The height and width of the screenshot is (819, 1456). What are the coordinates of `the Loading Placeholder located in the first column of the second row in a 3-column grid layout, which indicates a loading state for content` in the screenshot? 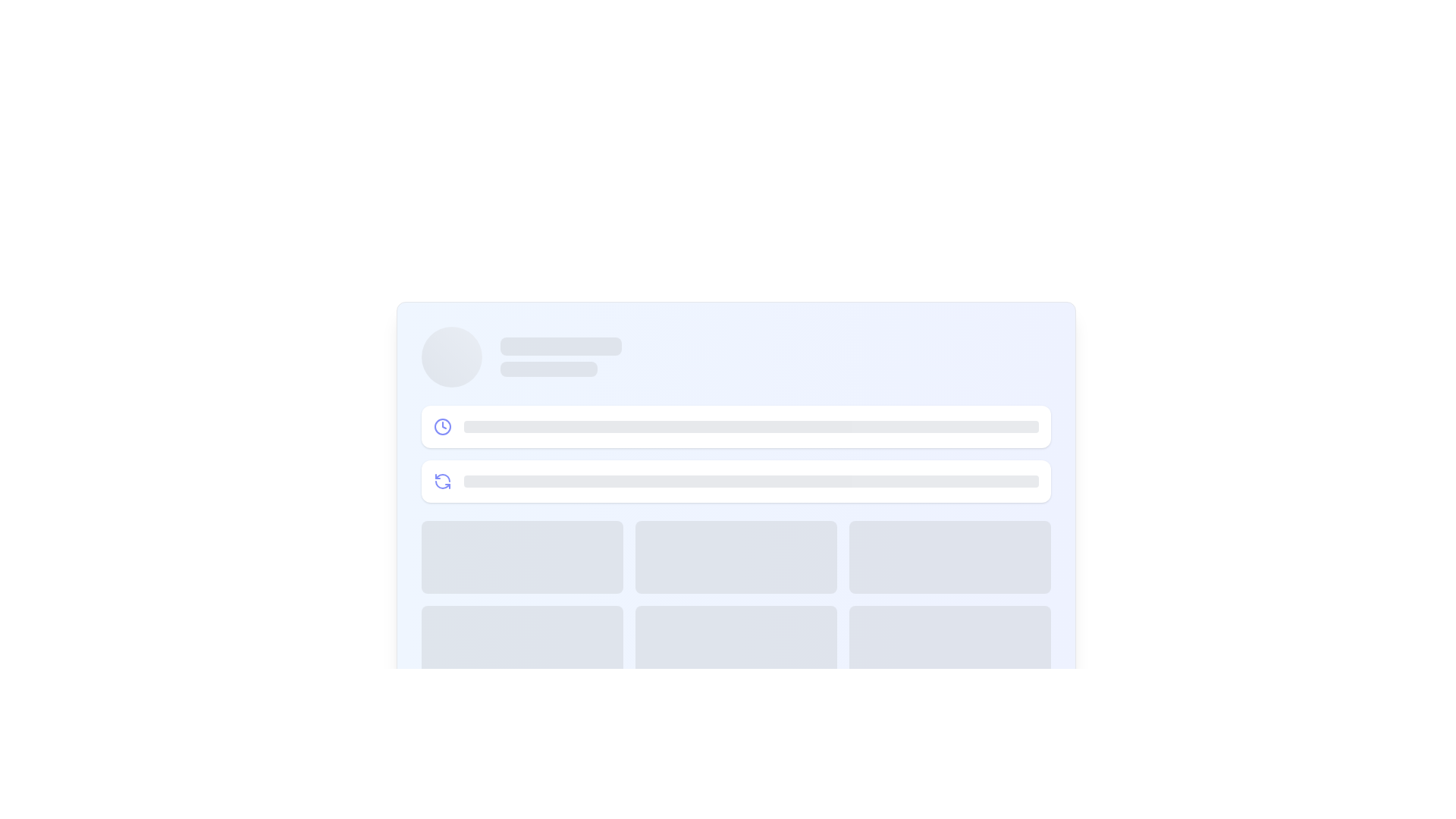 It's located at (522, 642).